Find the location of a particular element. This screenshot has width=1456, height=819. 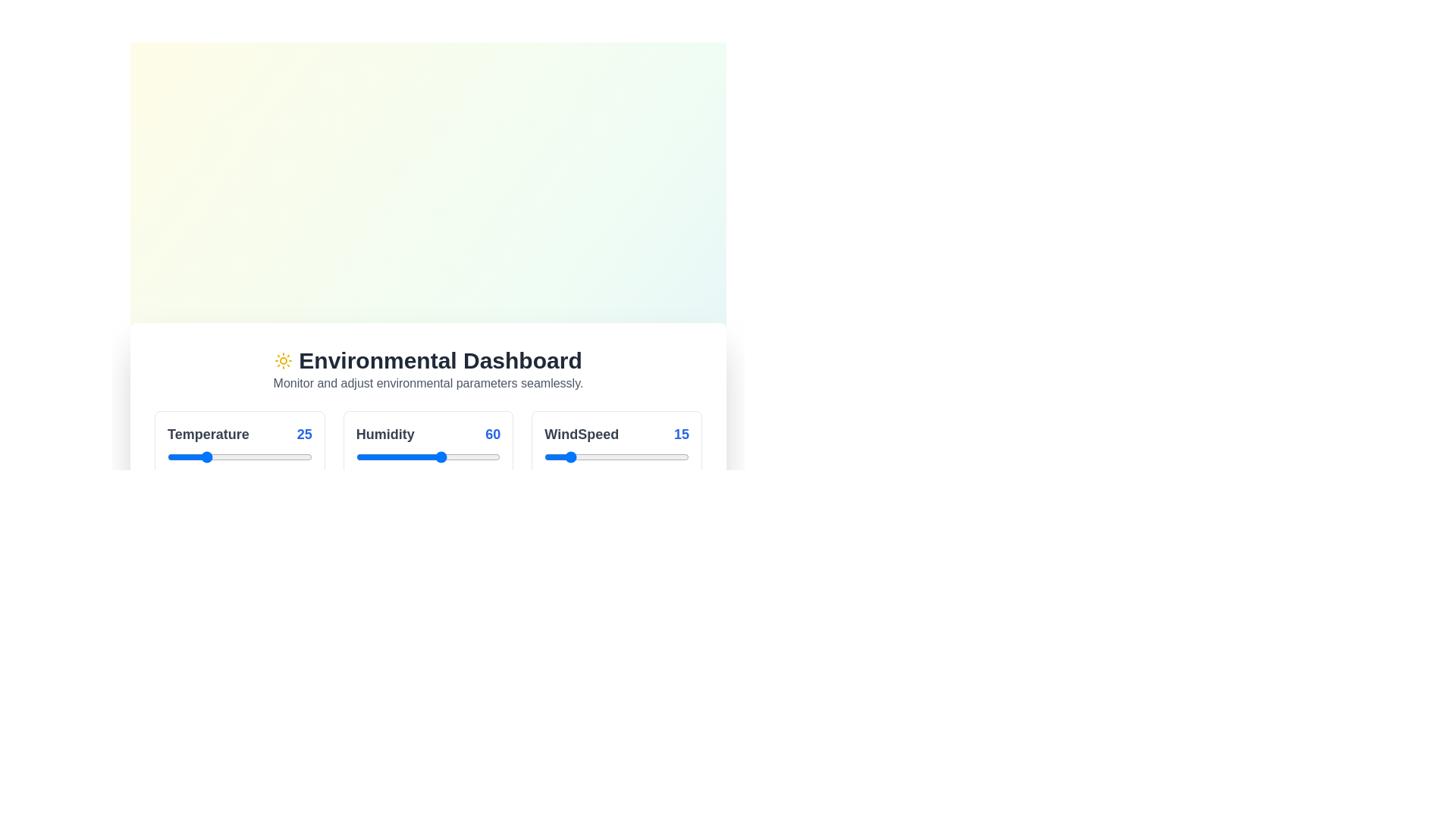

the temperature is located at coordinates (300, 456).